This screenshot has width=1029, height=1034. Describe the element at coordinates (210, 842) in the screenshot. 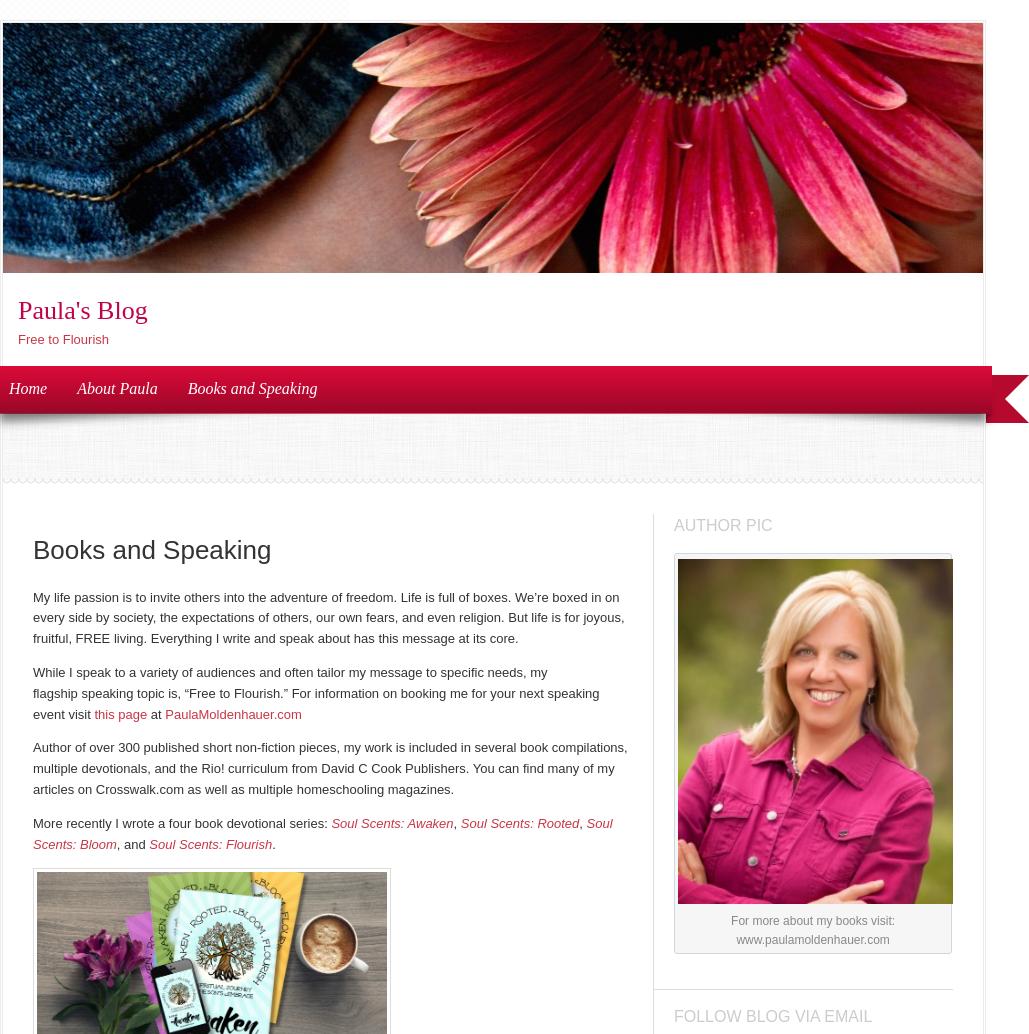

I see `'Soul Scents: Flourish'` at that location.